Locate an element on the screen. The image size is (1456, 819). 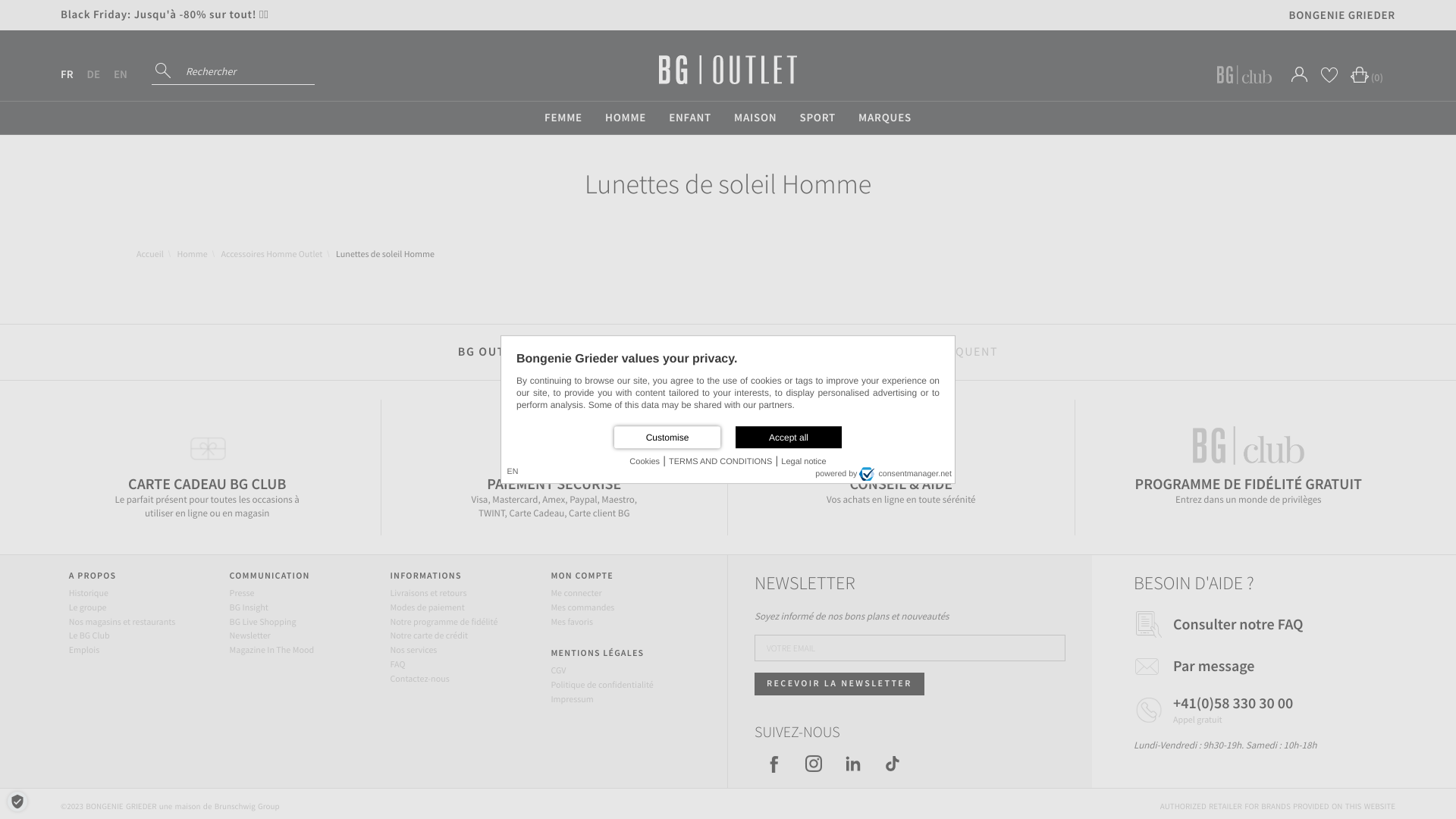
'Homme' is located at coordinates (191, 253).